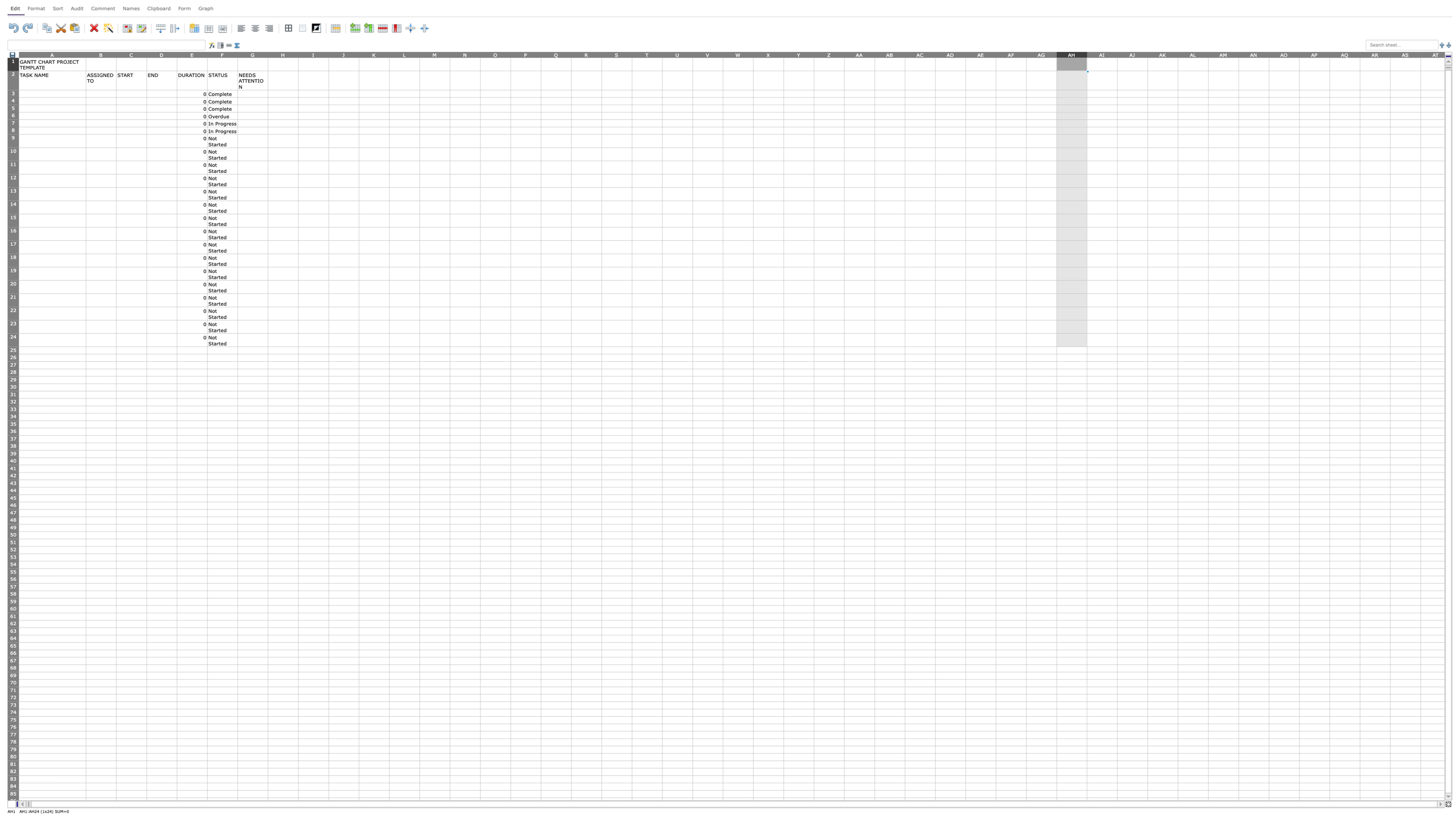  Describe the element at coordinates (1117, 54) in the screenshot. I see `Place cursor on column AI's resize area` at that location.